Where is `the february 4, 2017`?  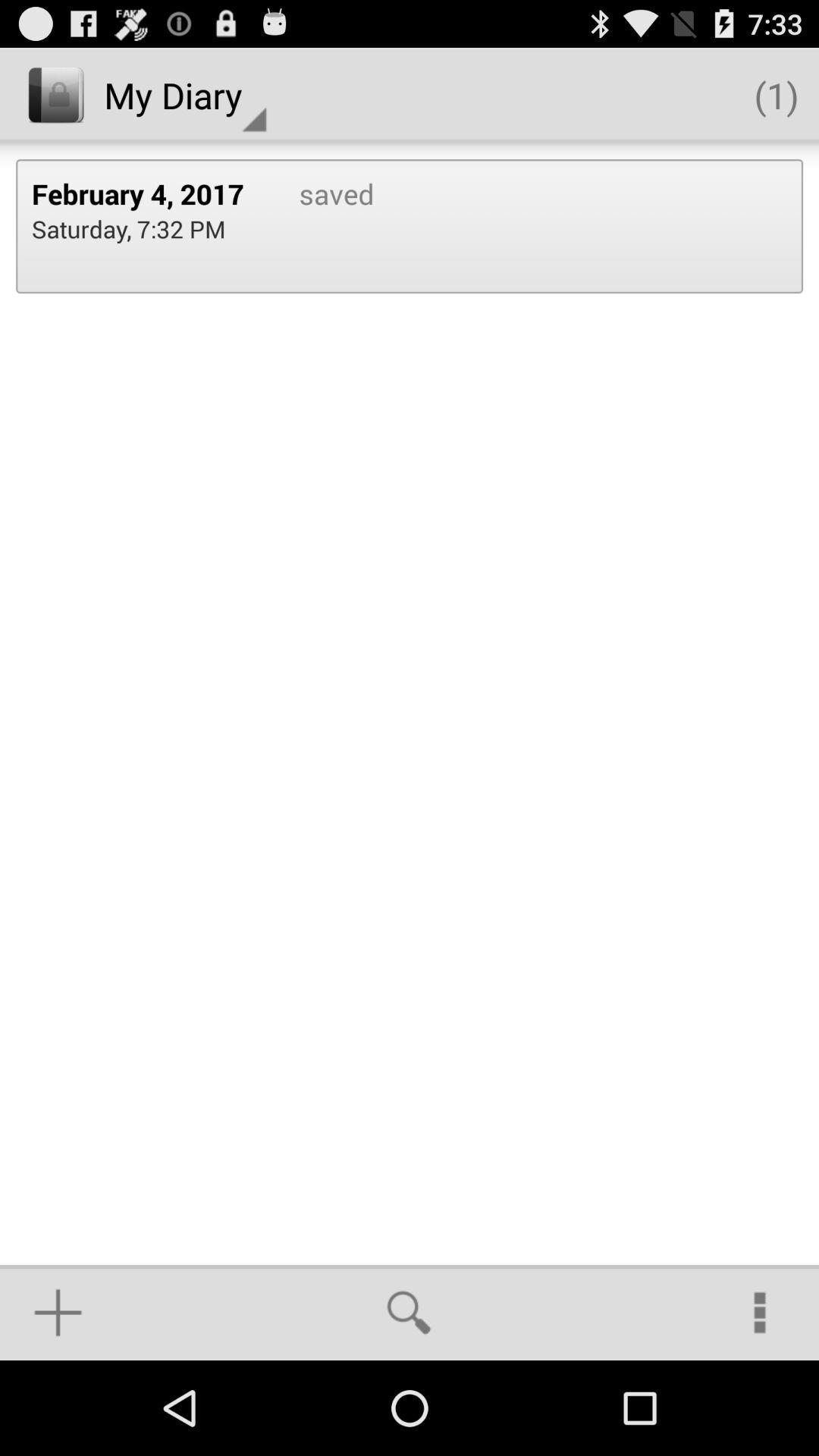 the february 4, 2017 is located at coordinates (149, 193).